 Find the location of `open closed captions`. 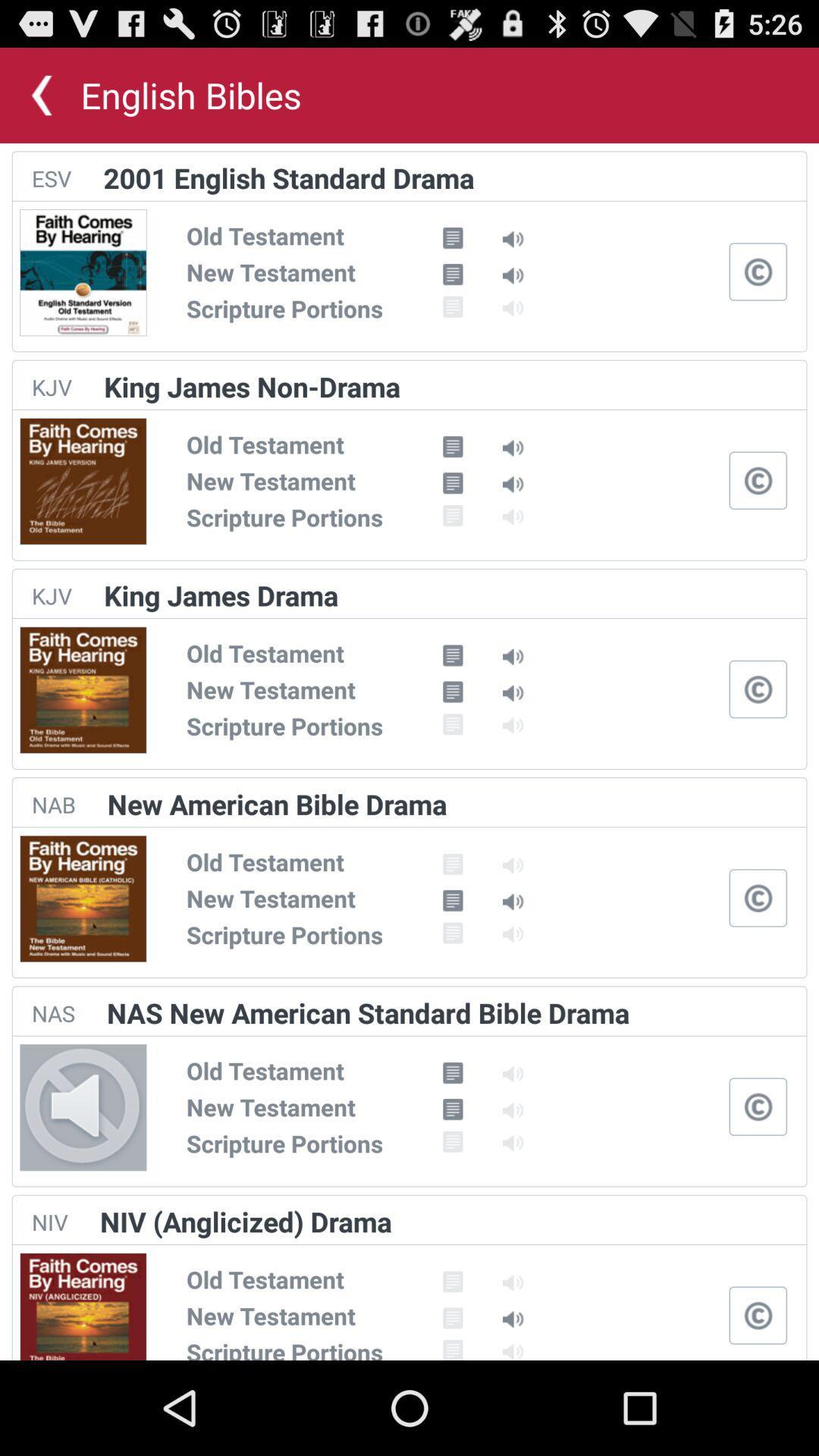

open closed captions is located at coordinates (758, 688).